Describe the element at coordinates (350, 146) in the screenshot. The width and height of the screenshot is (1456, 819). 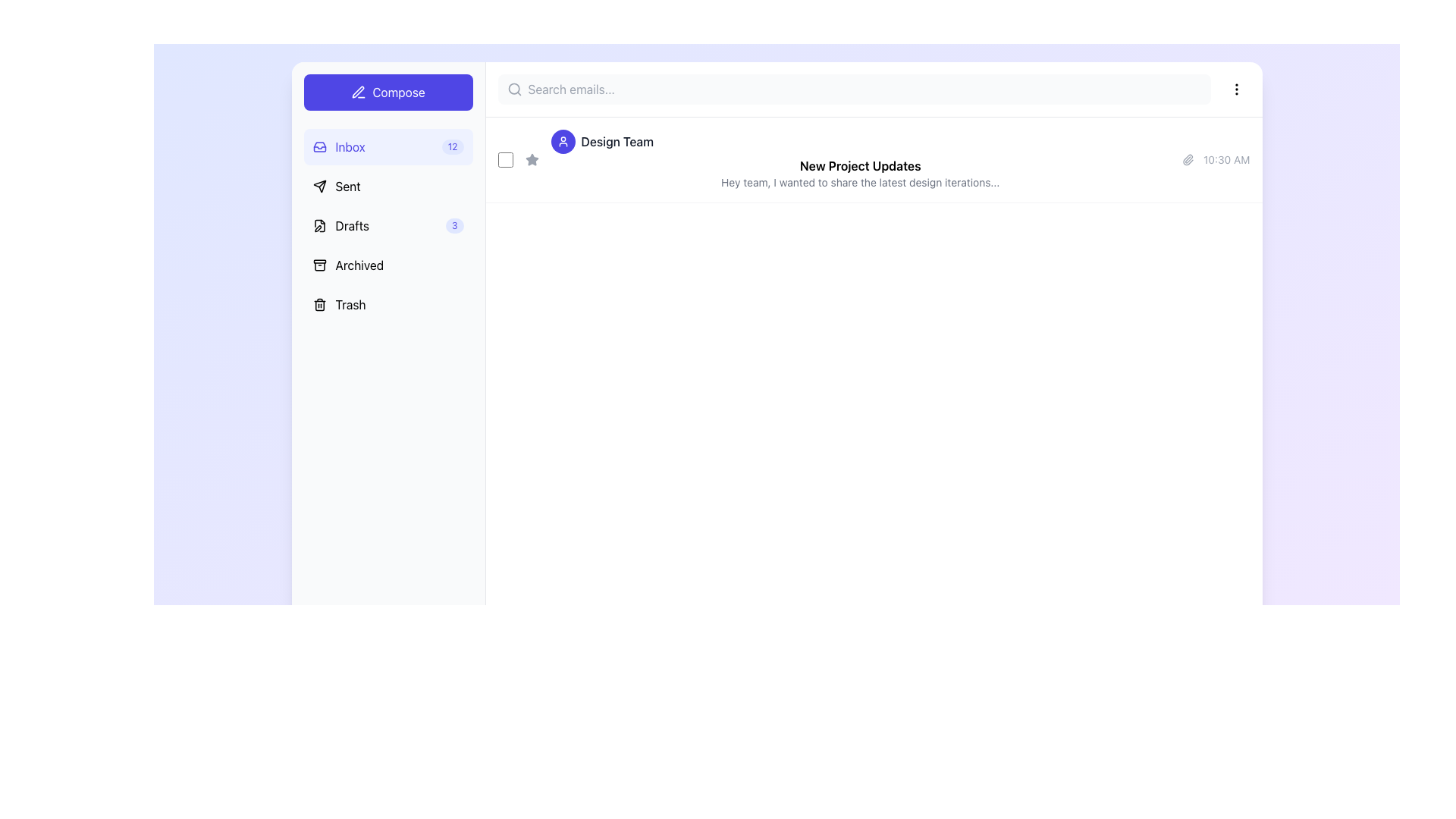
I see `the 'Inbox' text label located` at that location.